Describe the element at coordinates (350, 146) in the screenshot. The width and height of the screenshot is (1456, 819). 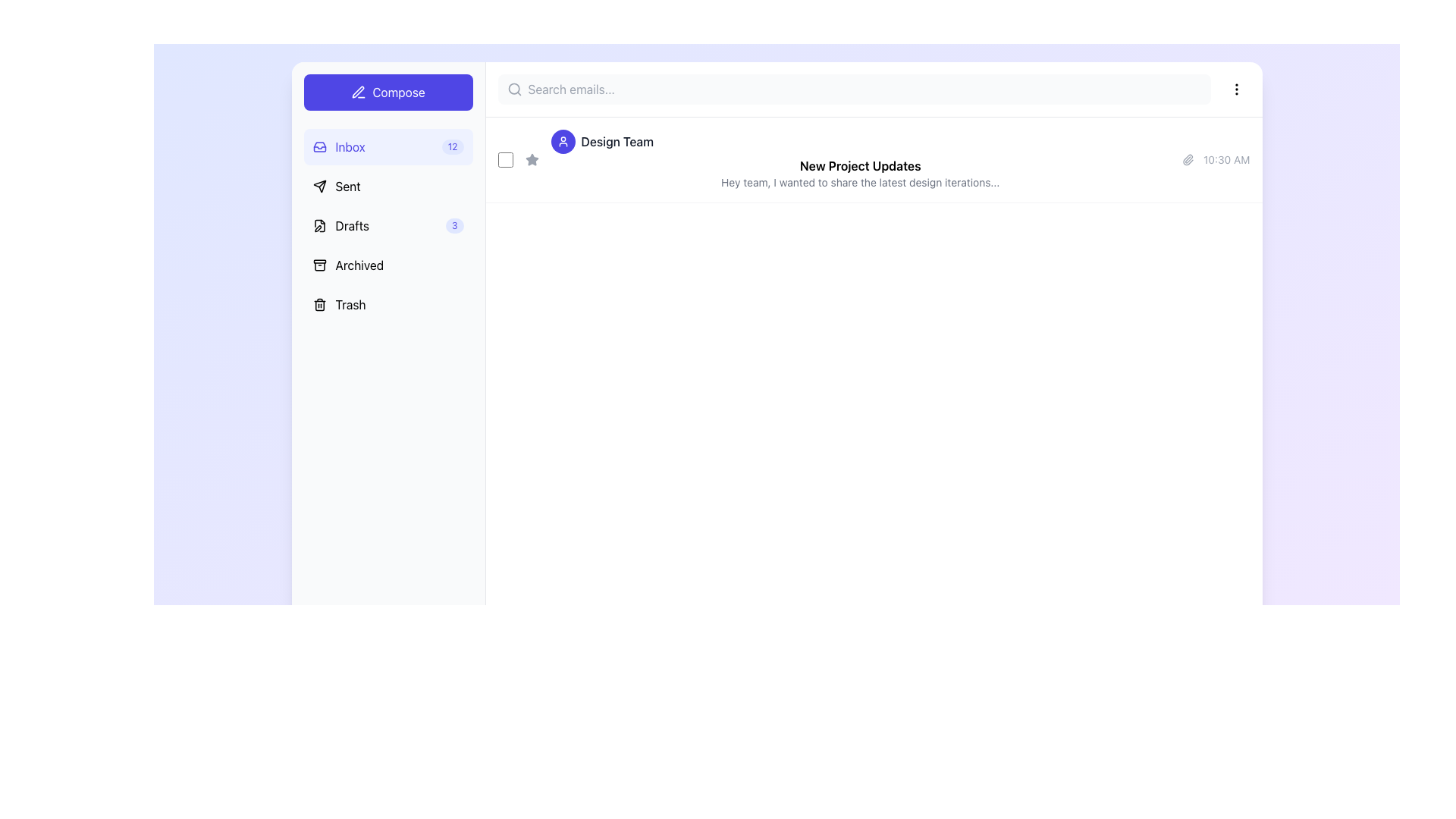
I see `the 'Inbox' text label located` at that location.